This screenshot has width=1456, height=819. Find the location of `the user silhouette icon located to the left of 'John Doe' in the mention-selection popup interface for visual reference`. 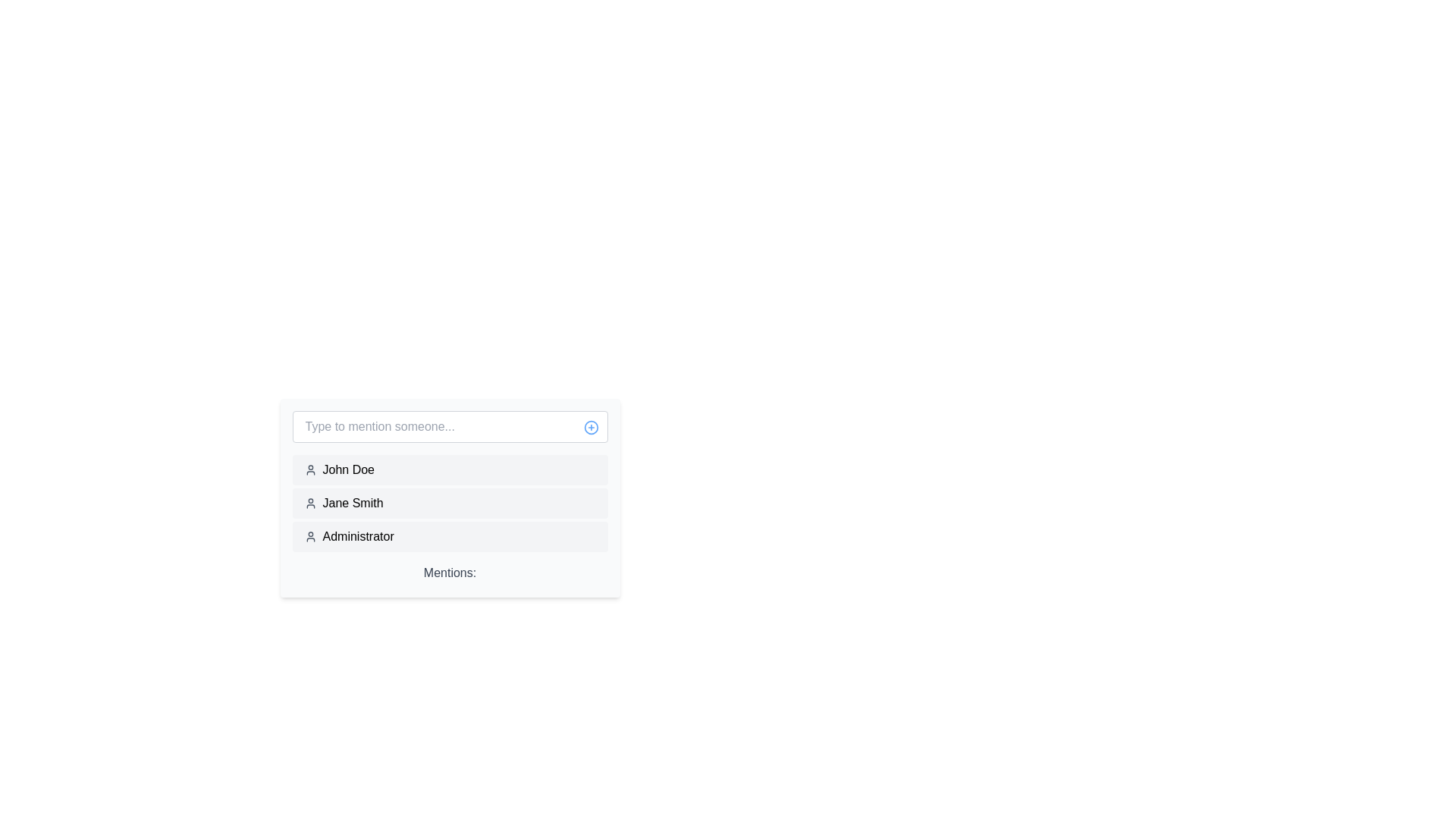

the user silhouette icon located to the left of 'John Doe' in the mention-selection popup interface for visual reference is located at coordinates (309, 469).